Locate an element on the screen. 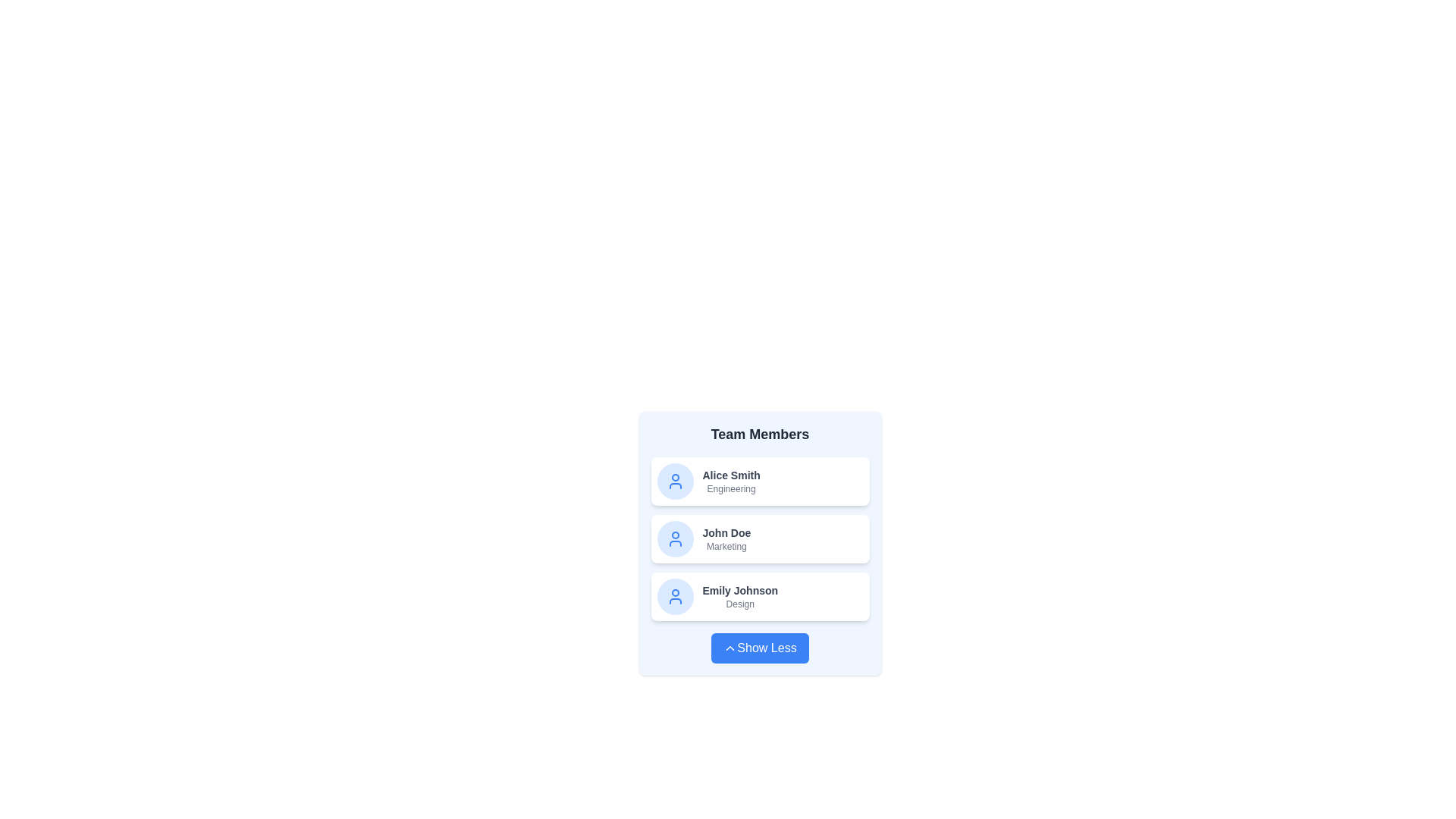  the Static Text Label that indicates 'Engineering' for the individual named 'Alice Smith', located directly below her name in the Team Members section is located at coordinates (731, 488).